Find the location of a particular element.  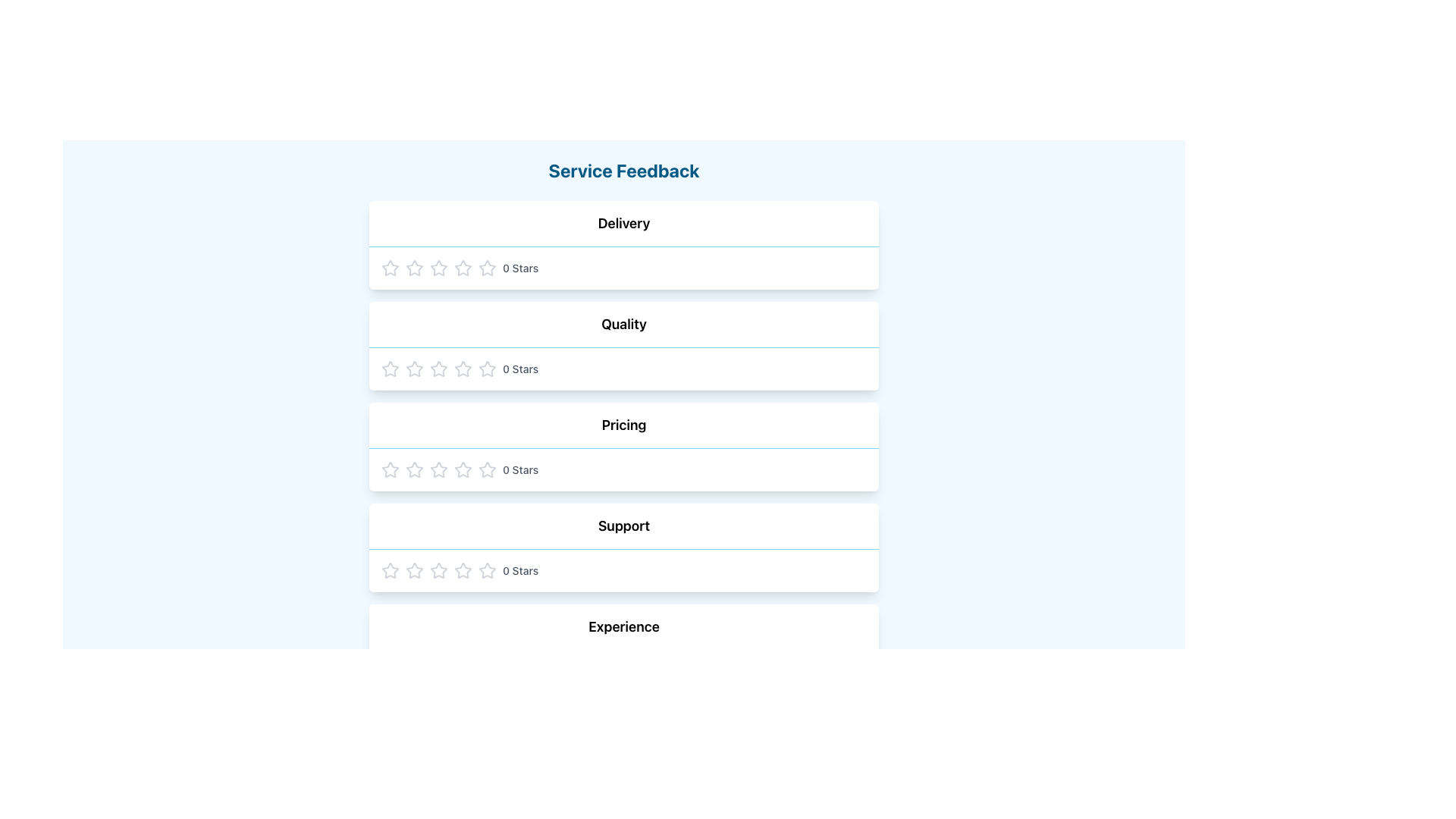

the first star in the Star Rating Display located in the Delivery section of the feedback form is located at coordinates (623, 268).